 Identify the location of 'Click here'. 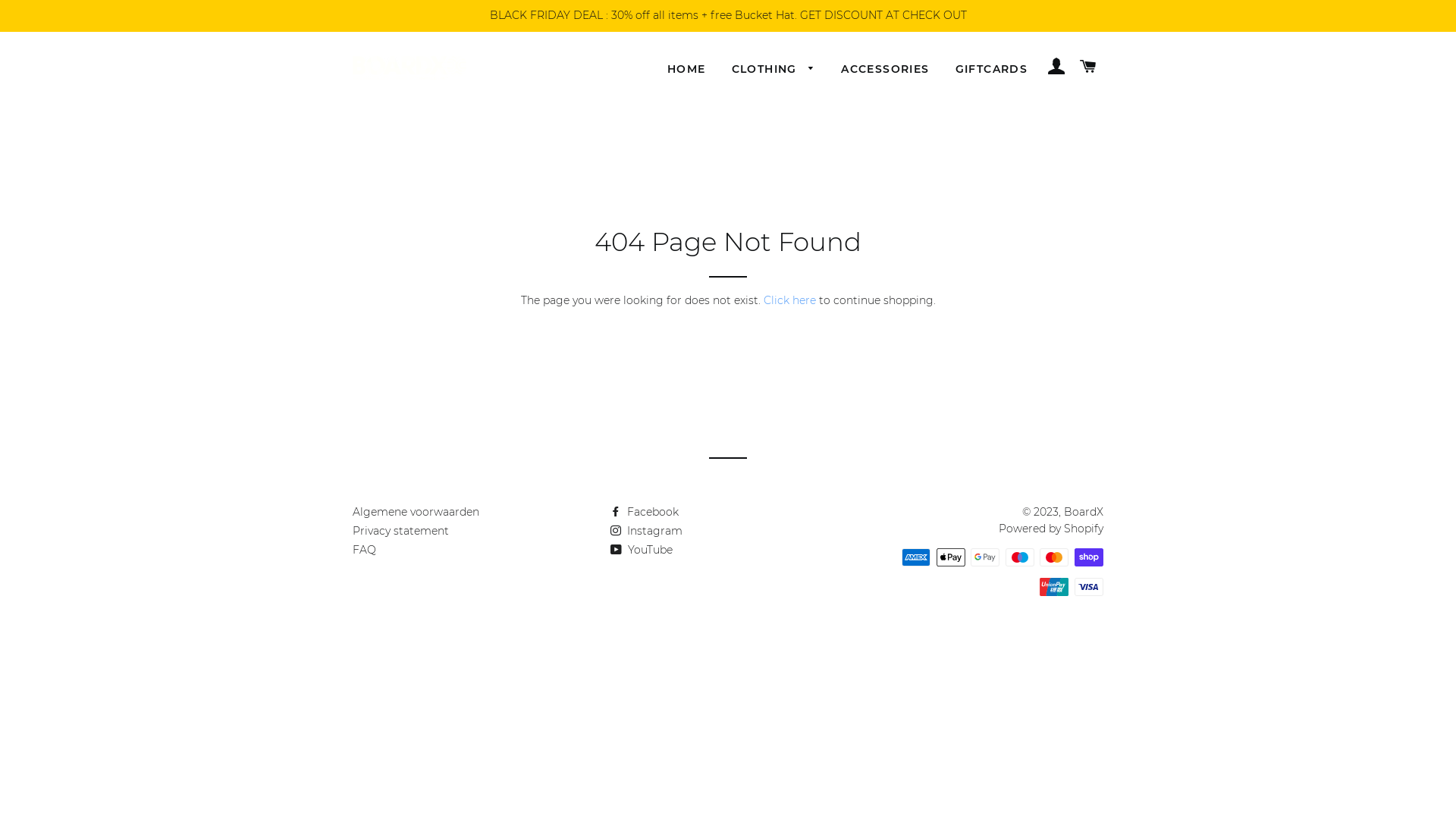
(789, 300).